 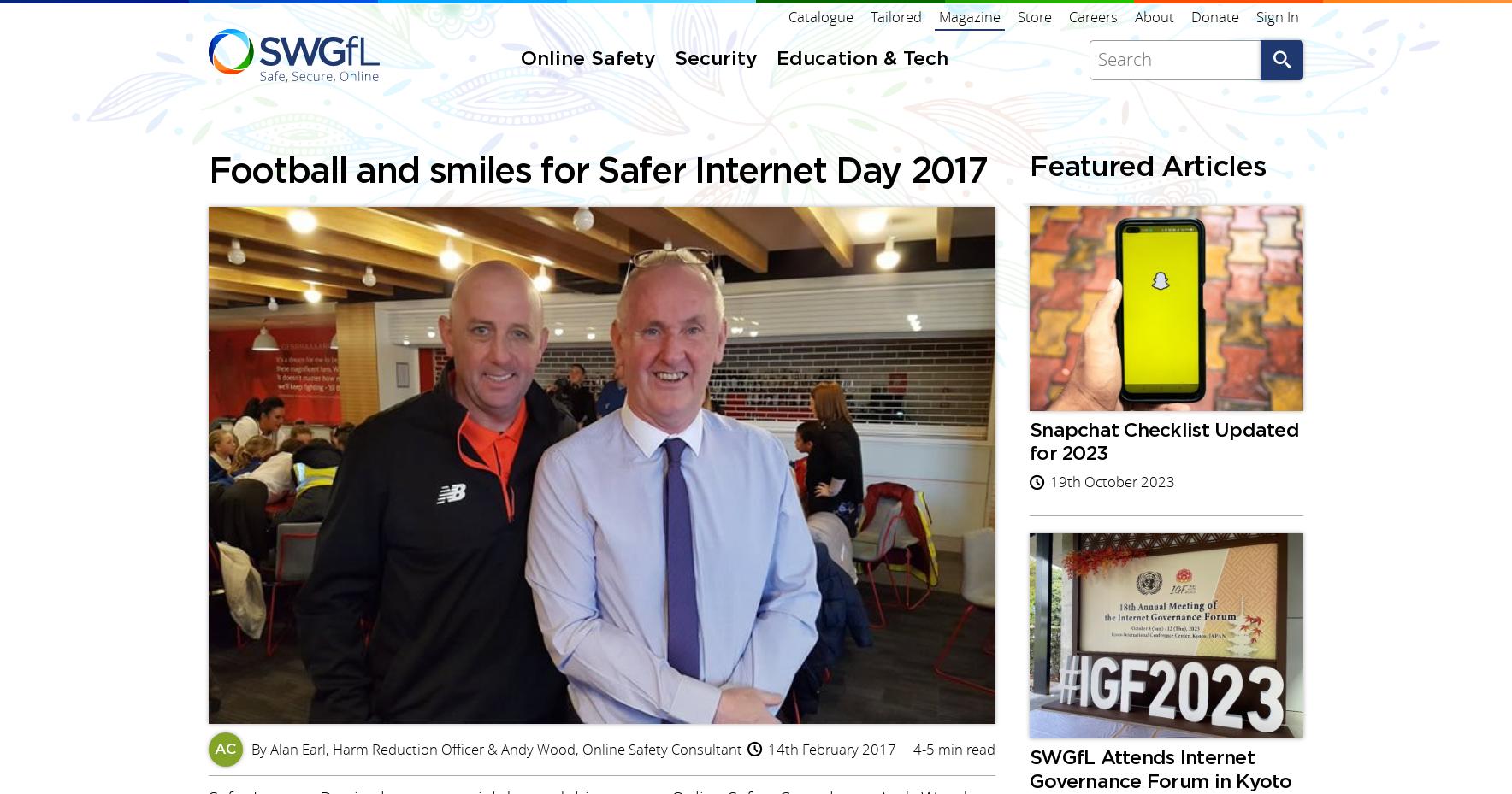 What do you see at coordinates (317, 212) in the screenshot?
I see `'Related Articles'` at bounding box center [317, 212].